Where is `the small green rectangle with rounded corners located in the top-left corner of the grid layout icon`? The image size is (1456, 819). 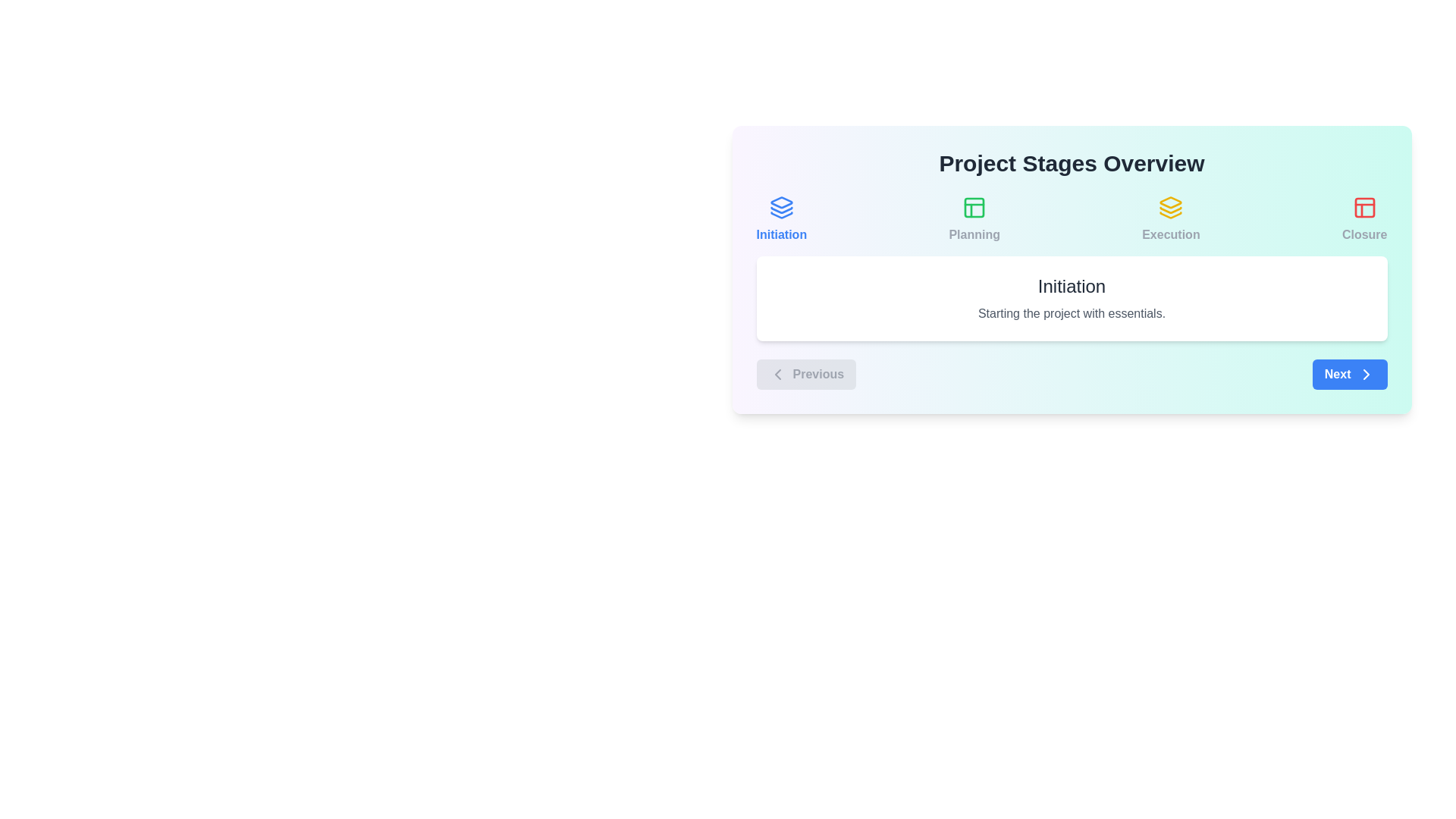
the small green rectangle with rounded corners located in the top-left corner of the grid layout icon is located at coordinates (974, 207).